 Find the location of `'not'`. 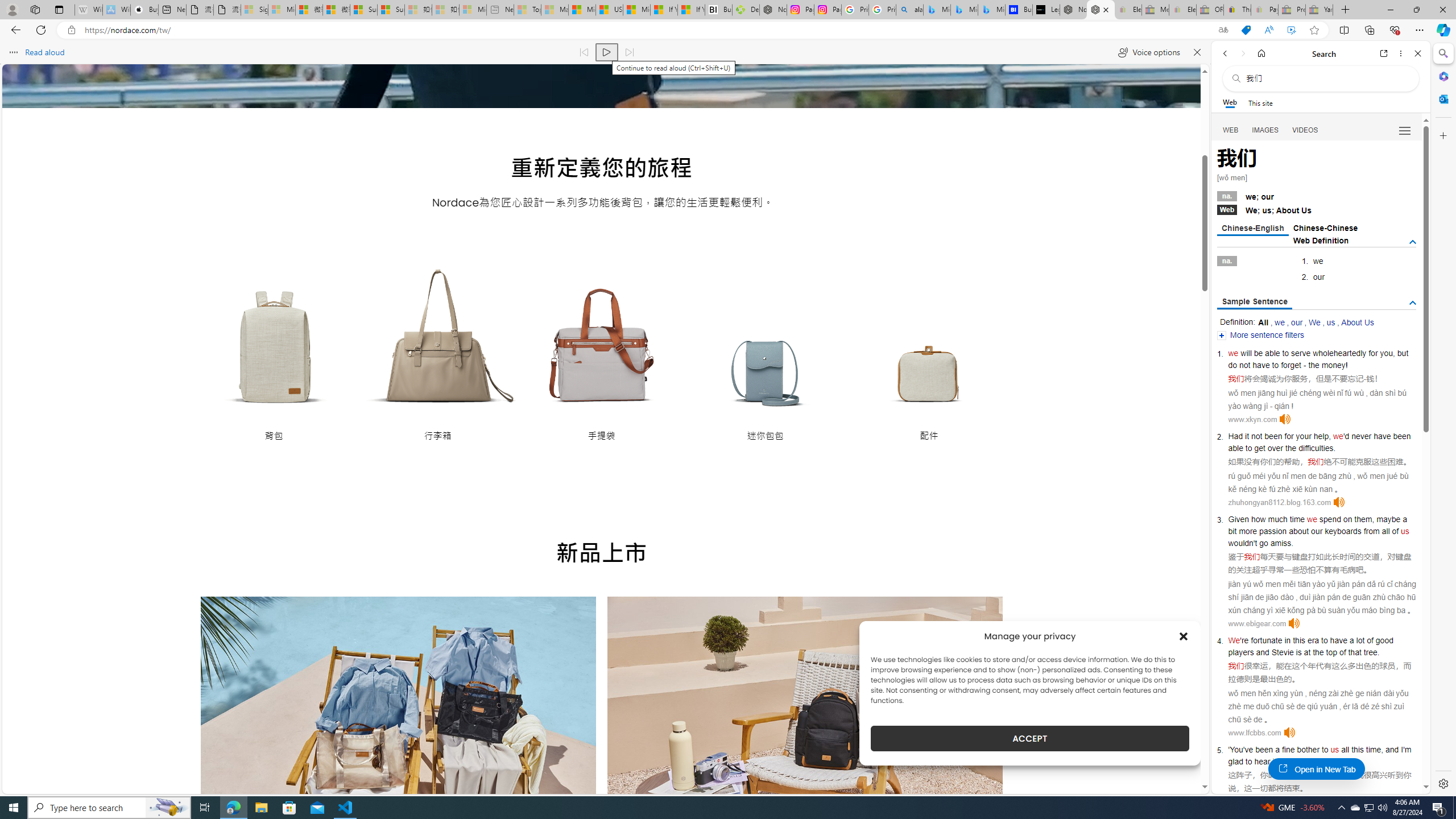

'not' is located at coordinates (1256, 435).